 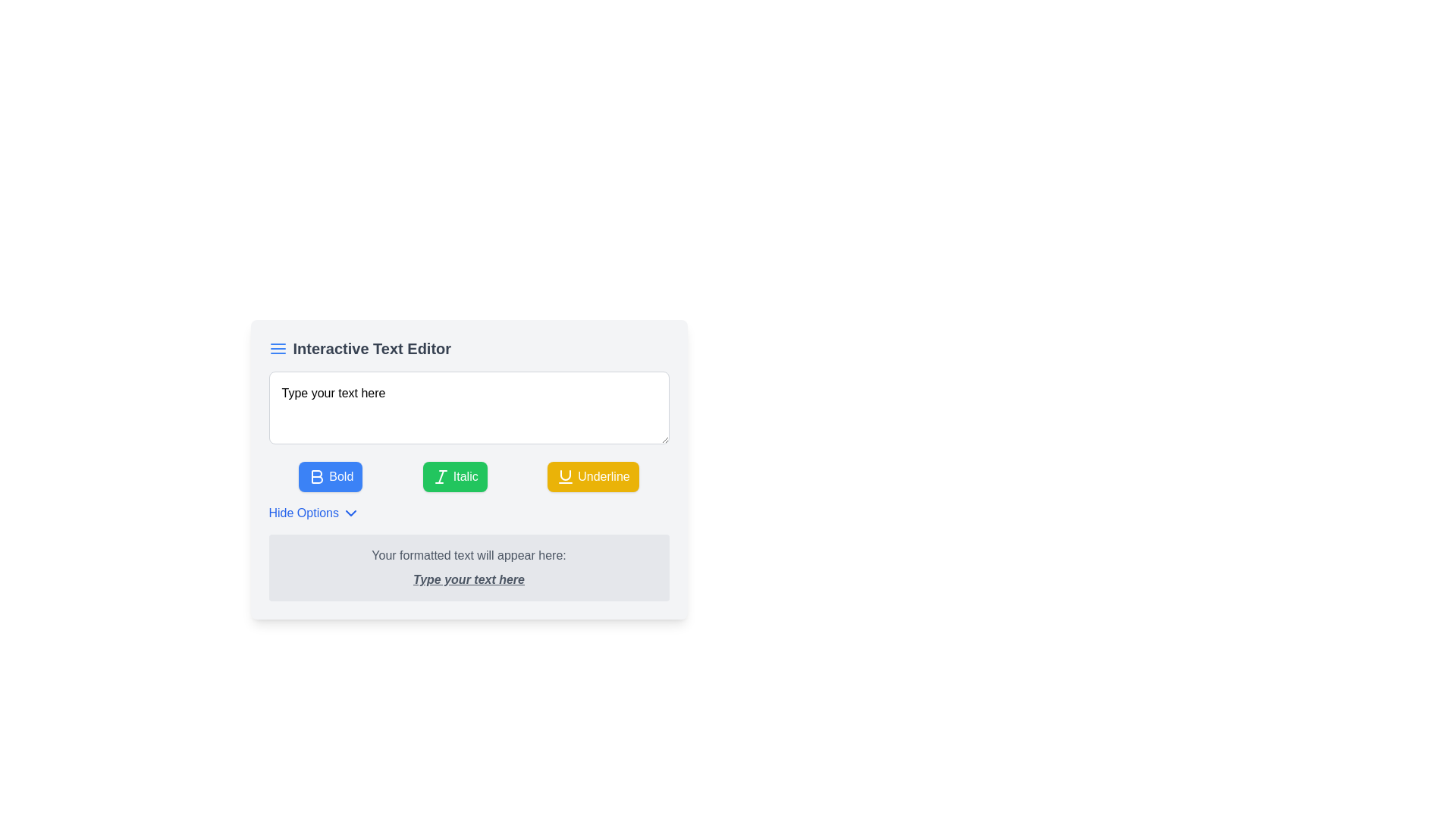 I want to click on the static text label element that reads 'Your formatted text will appear here:', which is positioned above the emphasized text segment 'Type your text here.', so click(x=468, y=555).